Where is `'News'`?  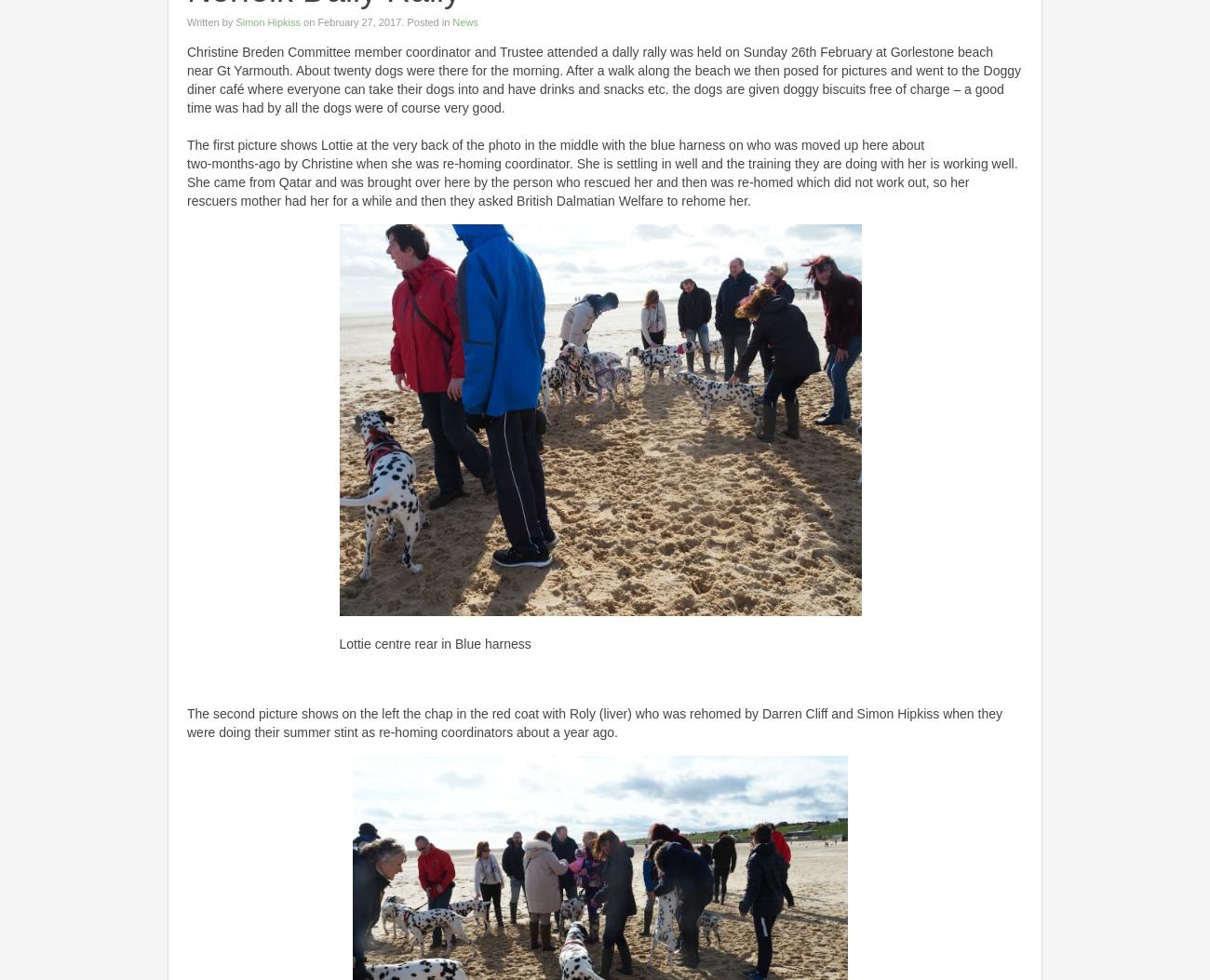
'News' is located at coordinates (464, 20).